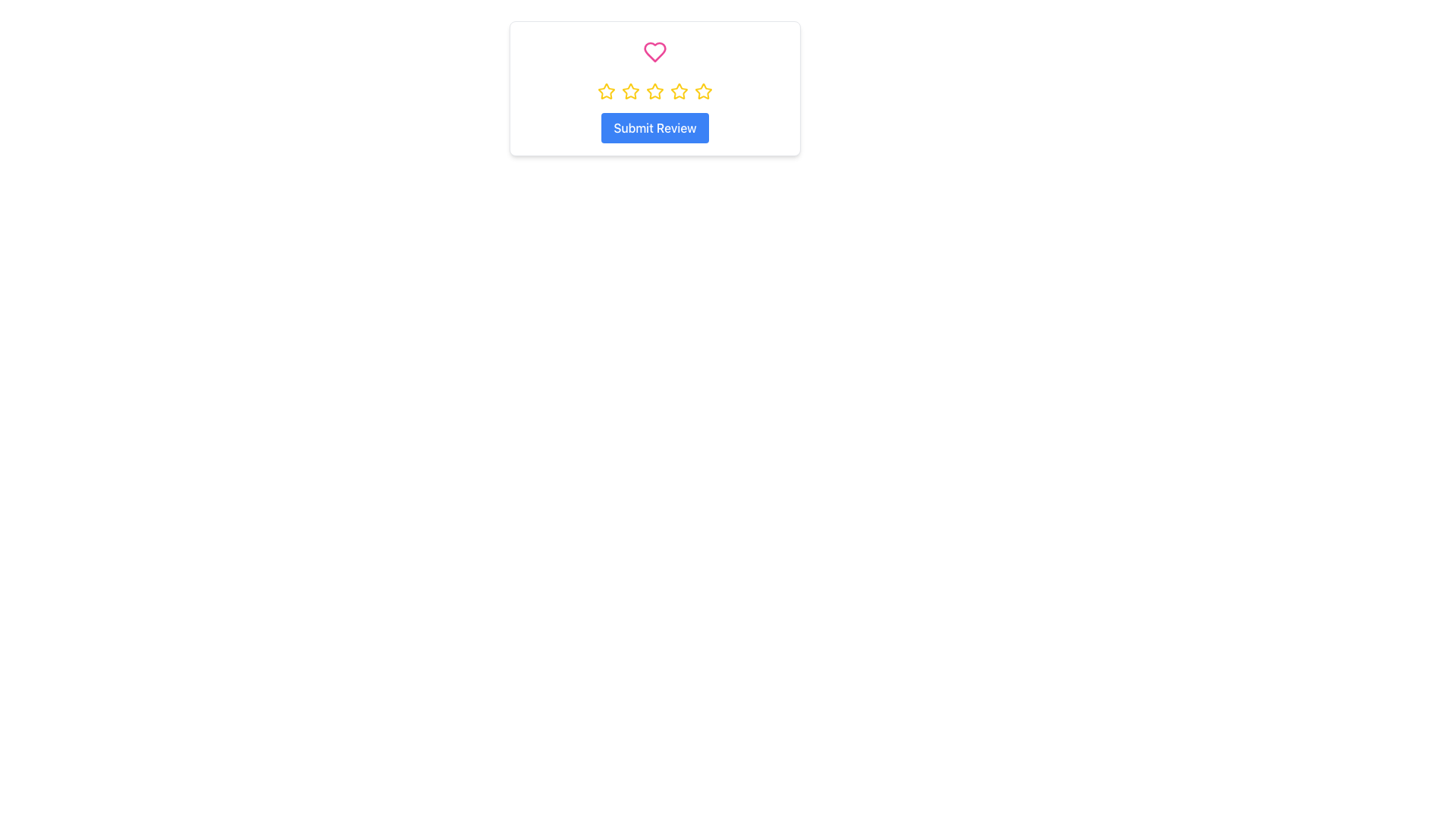 The width and height of the screenshot is (1456, 819). Describe the element at coordinates (655, 88) in the screenshot. I see `the middle star in a horizontal list of five star icons, which represents a selectable rating option` at that location.